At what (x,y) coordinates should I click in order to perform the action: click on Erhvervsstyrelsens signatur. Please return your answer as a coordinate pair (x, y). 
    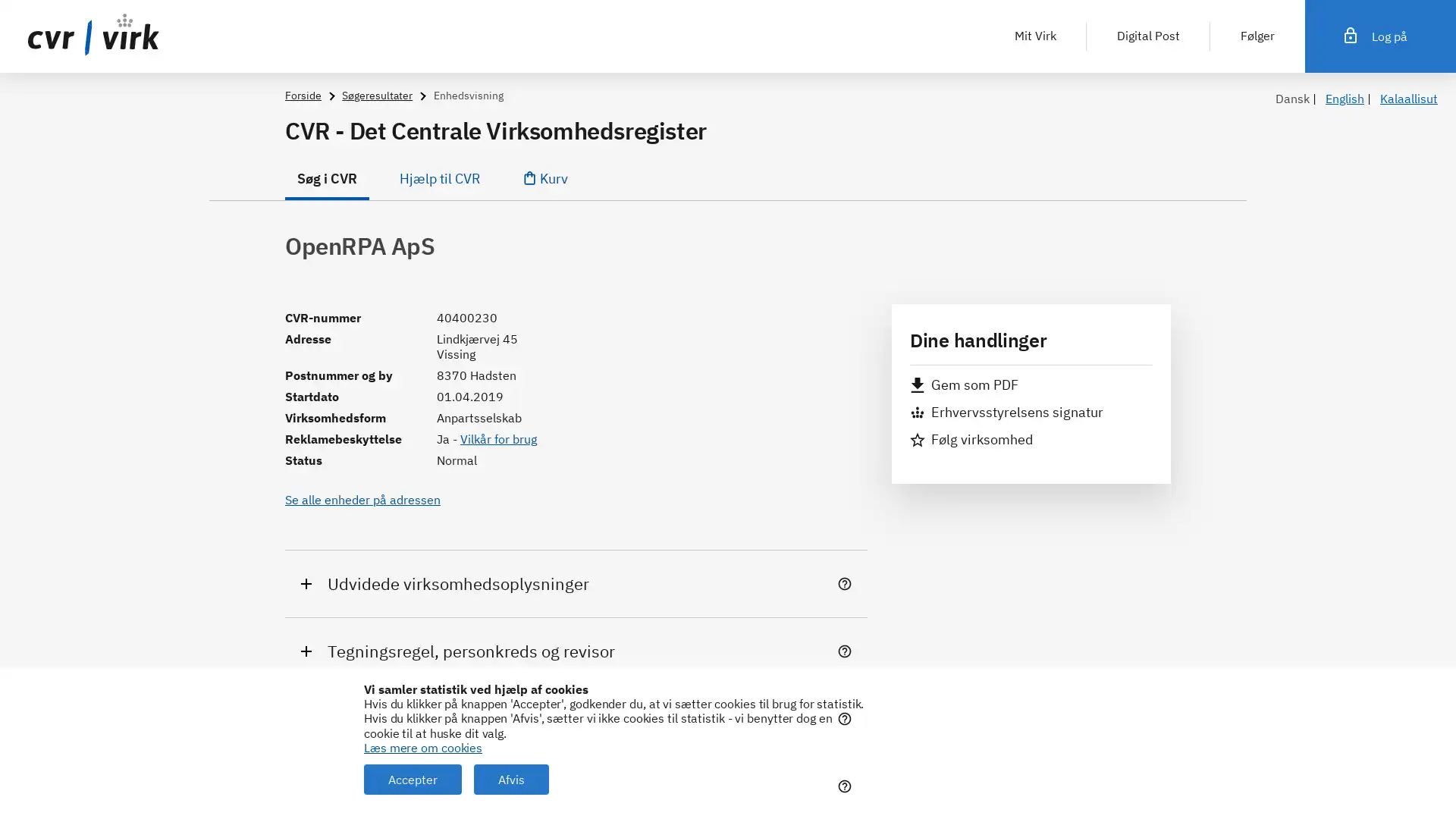
    Looking at the image, I should click on (1006, 412).